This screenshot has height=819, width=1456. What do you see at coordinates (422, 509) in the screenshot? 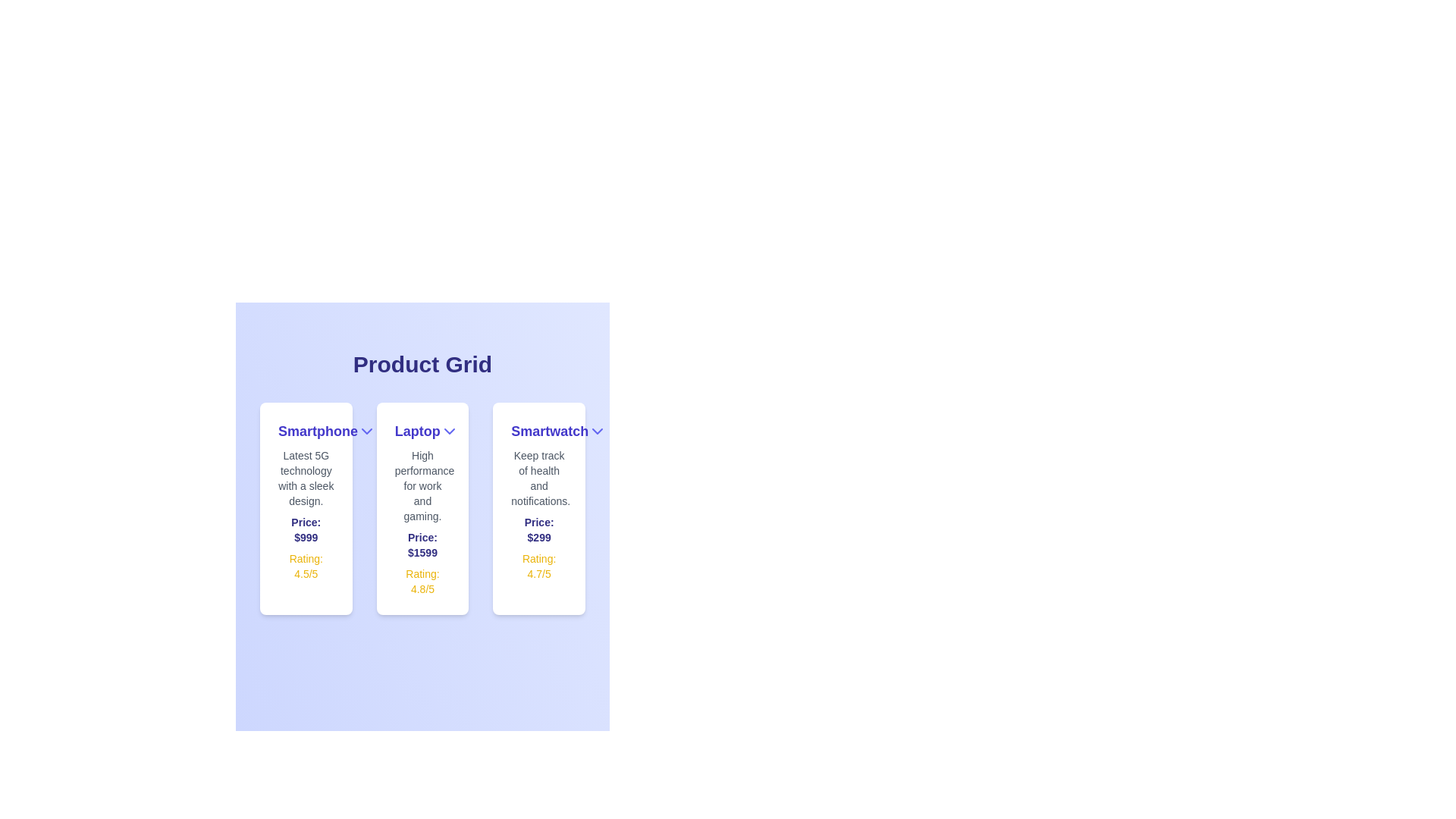
I see `on the second card in the product grid that displays information about the laptop, including its features, price, and rating` at bounding box center [422, 509].